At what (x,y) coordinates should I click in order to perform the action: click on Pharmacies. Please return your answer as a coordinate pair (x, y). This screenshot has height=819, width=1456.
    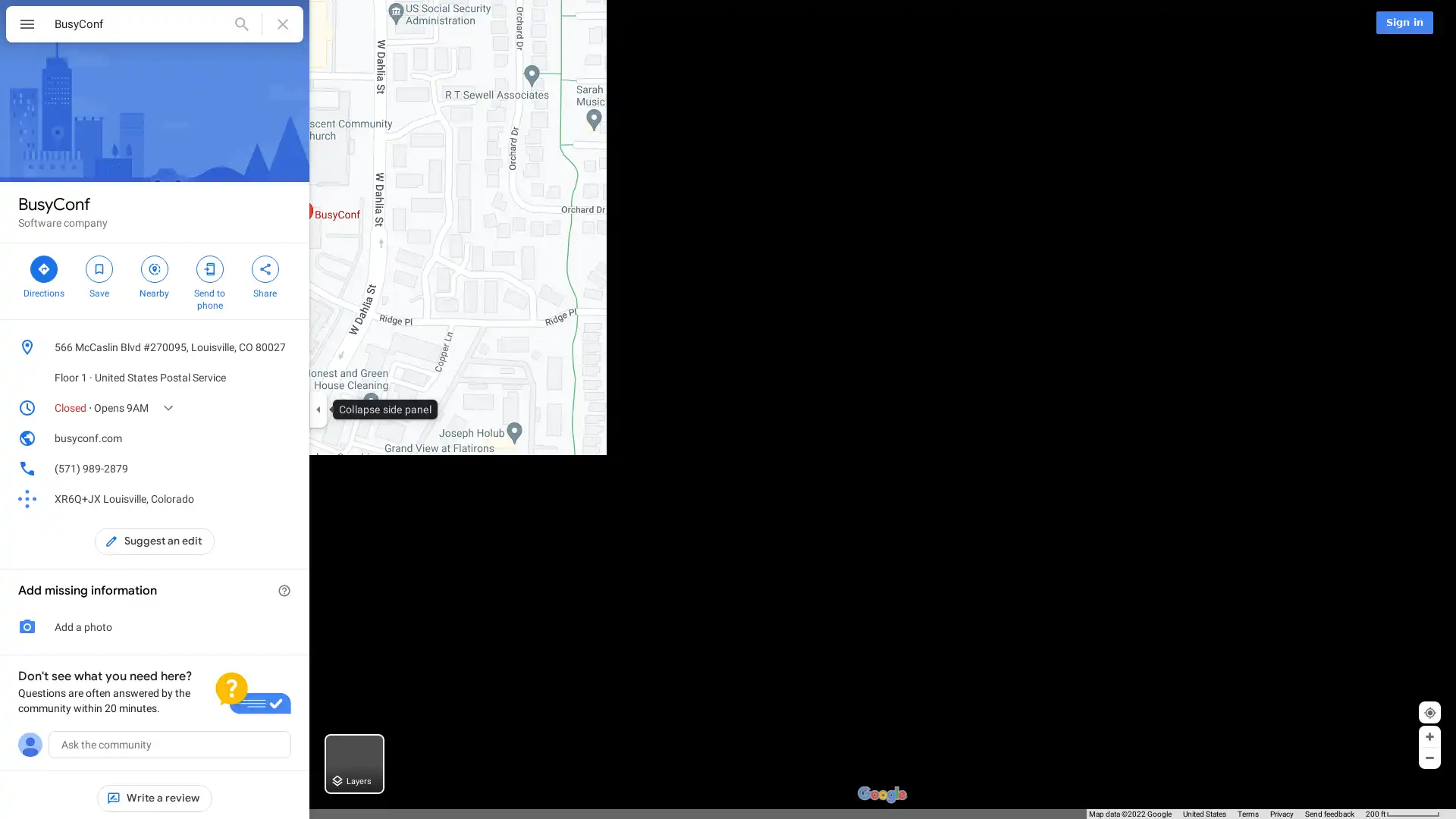
    Looking at the image, I should click on (777, 24).